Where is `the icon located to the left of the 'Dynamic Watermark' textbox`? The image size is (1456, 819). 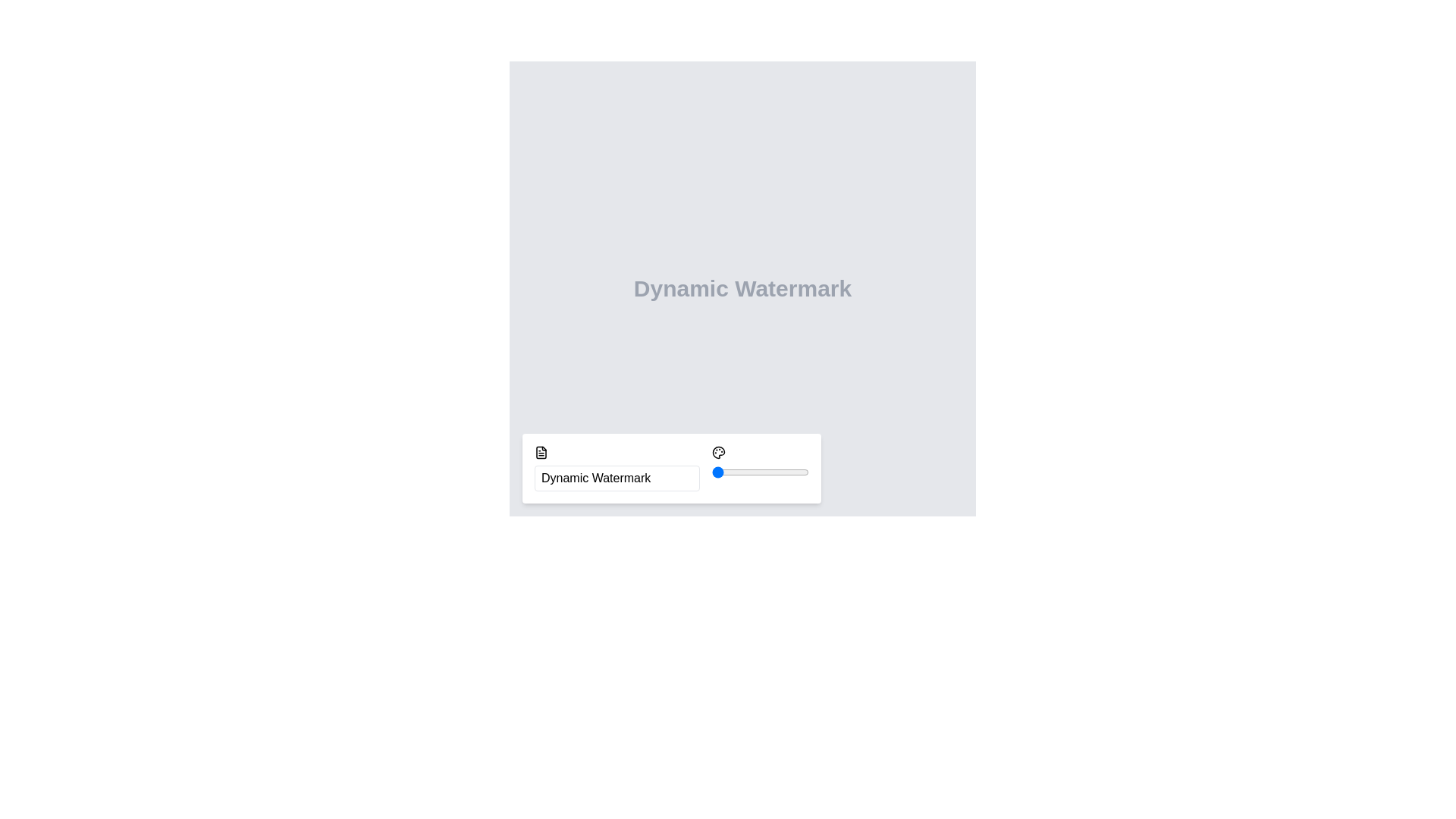
the icon located to the left of the 'Dynamic Watermark' textbox is located at coordinates (541, 452).